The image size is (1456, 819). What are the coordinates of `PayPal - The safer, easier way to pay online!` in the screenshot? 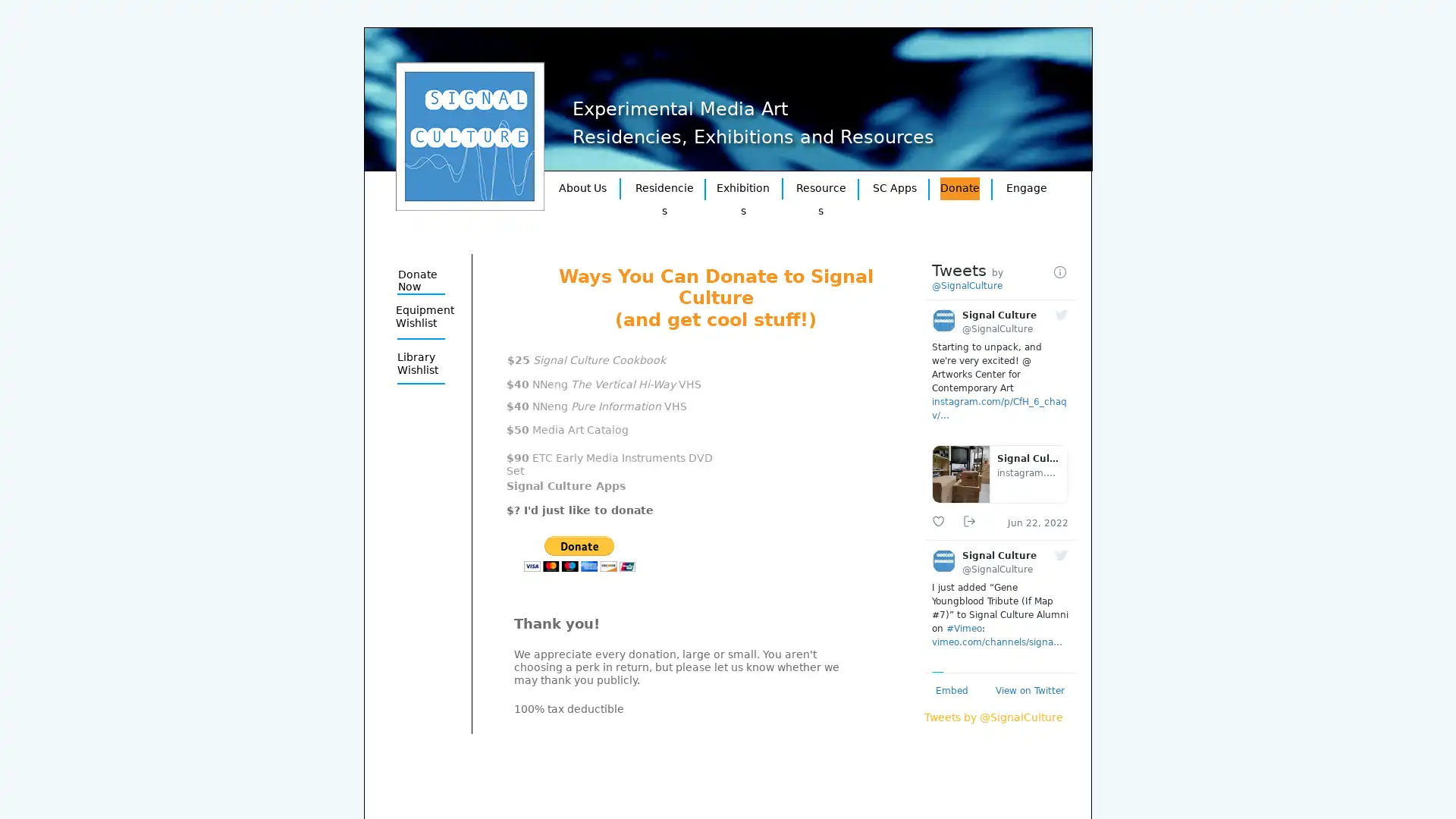 It's located at (579, 554).